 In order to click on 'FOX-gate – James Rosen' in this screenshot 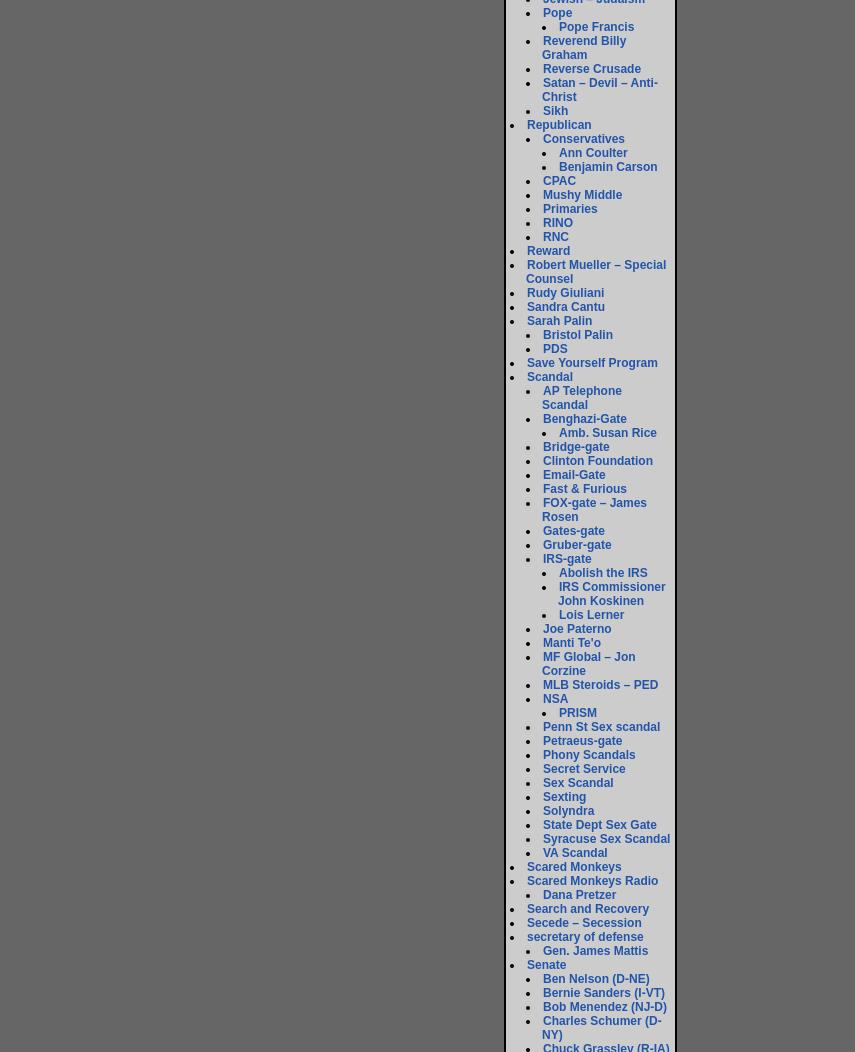, I will do `click(541, 509)`.